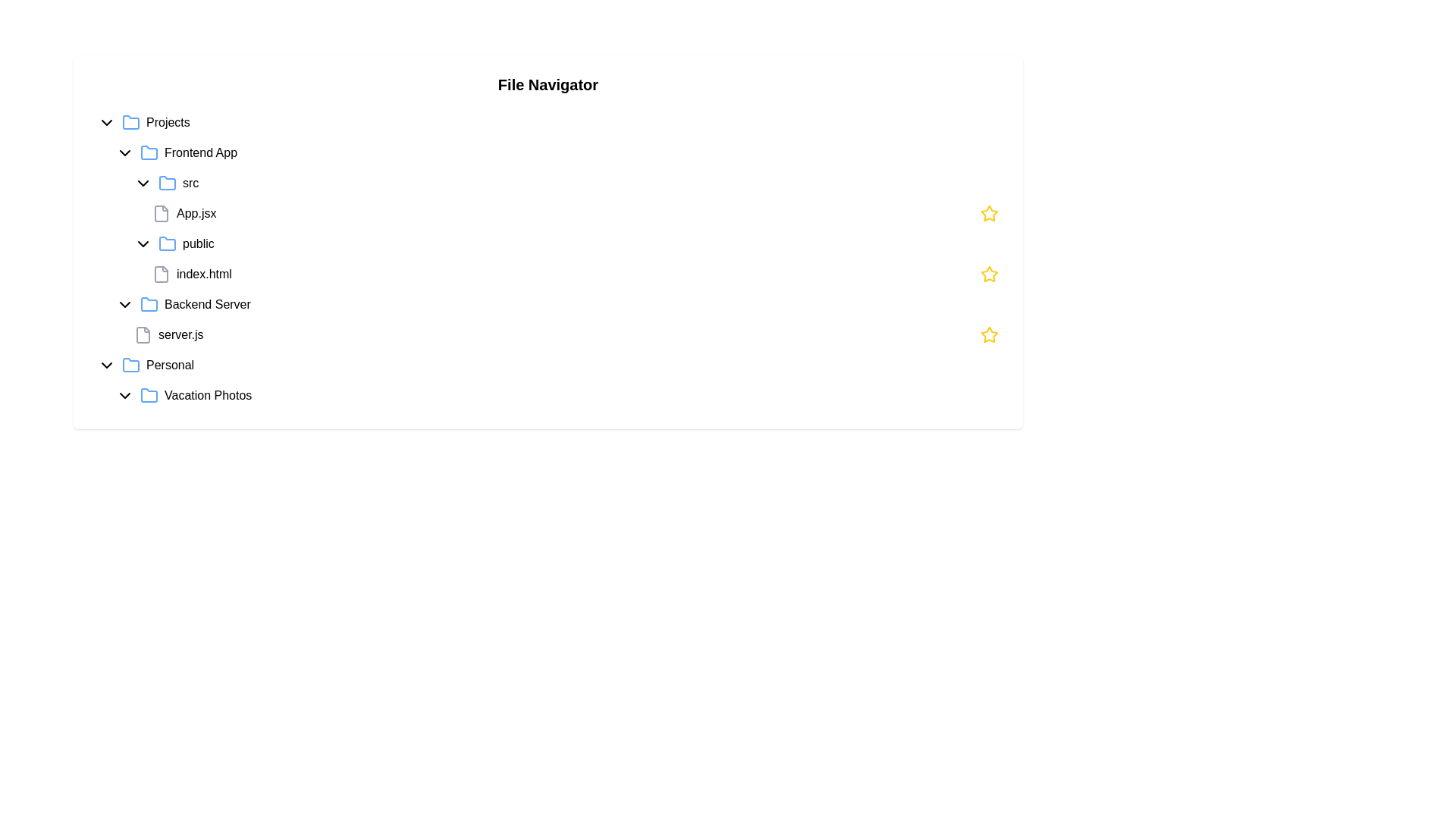 This screenshot has width=1456, height=819. What do you see at coordinates (143, 183) in the screenshot?
I see `the dropdown toggle button located to the left of the 'src' label in the 'Frontend App' folder` at bounding box center [143, 183].